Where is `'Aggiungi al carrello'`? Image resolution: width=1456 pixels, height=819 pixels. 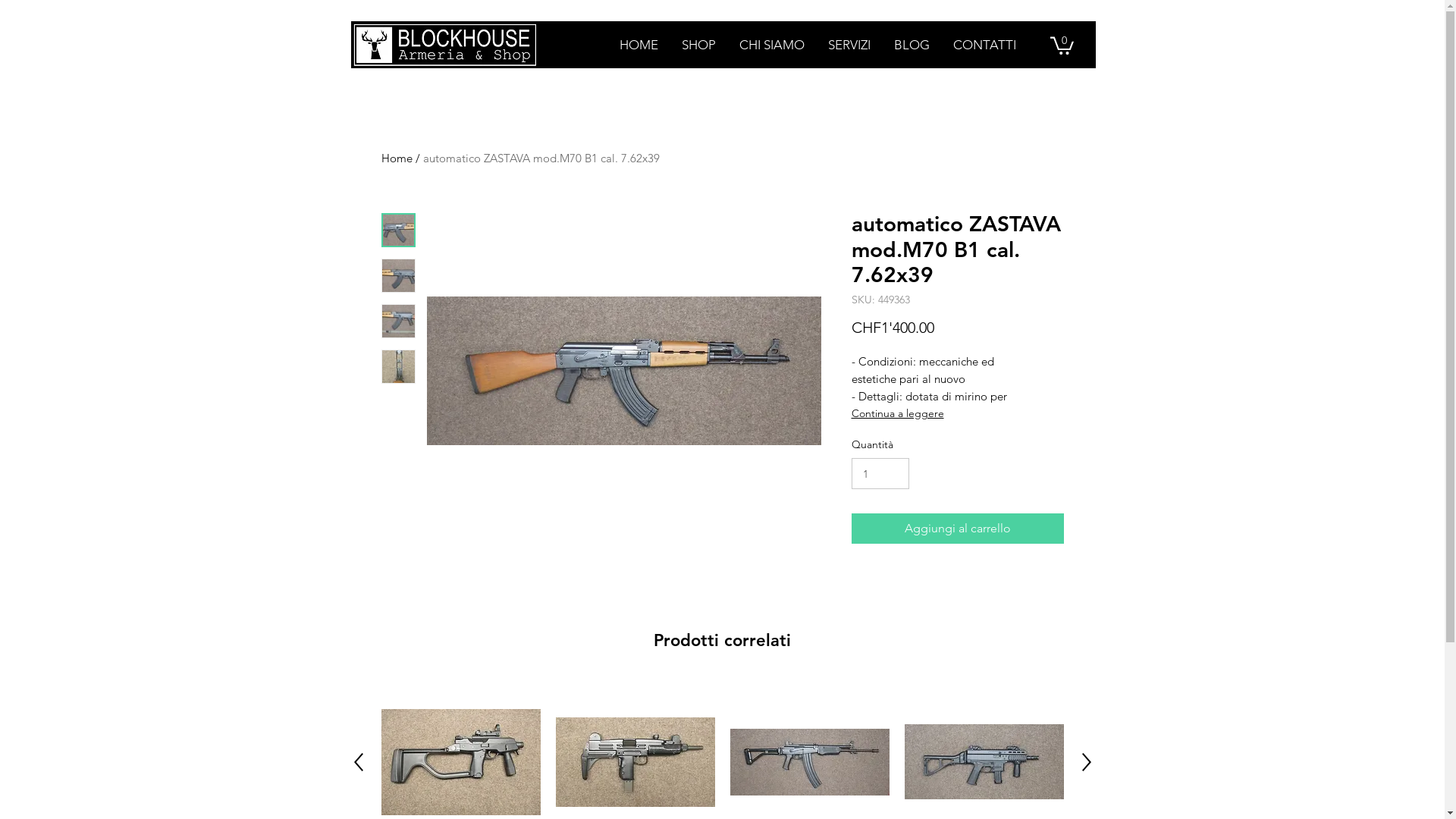
'Aggiungi al carrello' is located at coordinates (956, 528).